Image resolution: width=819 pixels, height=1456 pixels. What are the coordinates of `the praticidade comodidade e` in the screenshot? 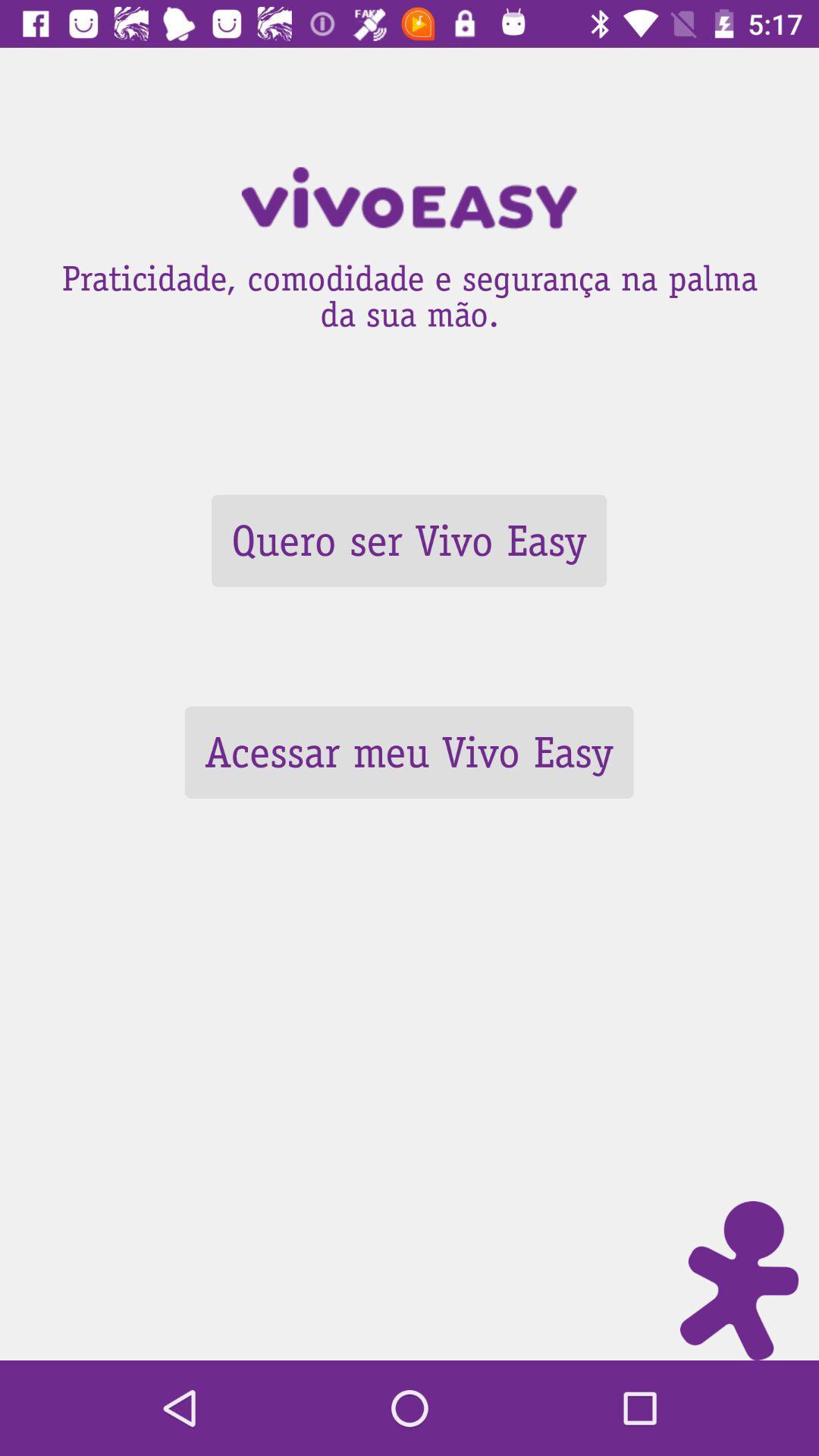 It's located at (409, 291).